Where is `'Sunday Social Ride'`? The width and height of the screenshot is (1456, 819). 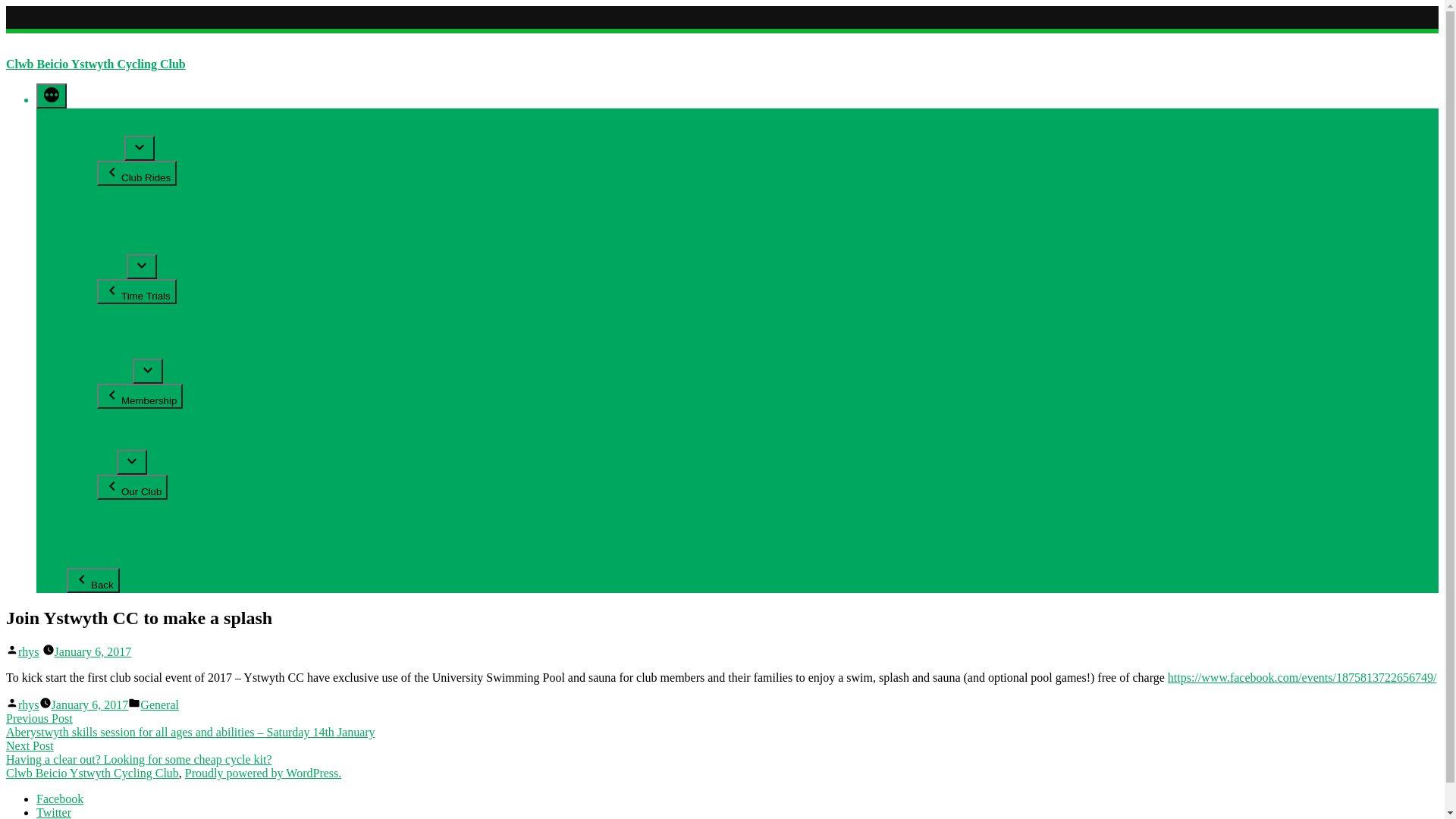 'Sunday Social Ride' is located at coordinates (146, 206).